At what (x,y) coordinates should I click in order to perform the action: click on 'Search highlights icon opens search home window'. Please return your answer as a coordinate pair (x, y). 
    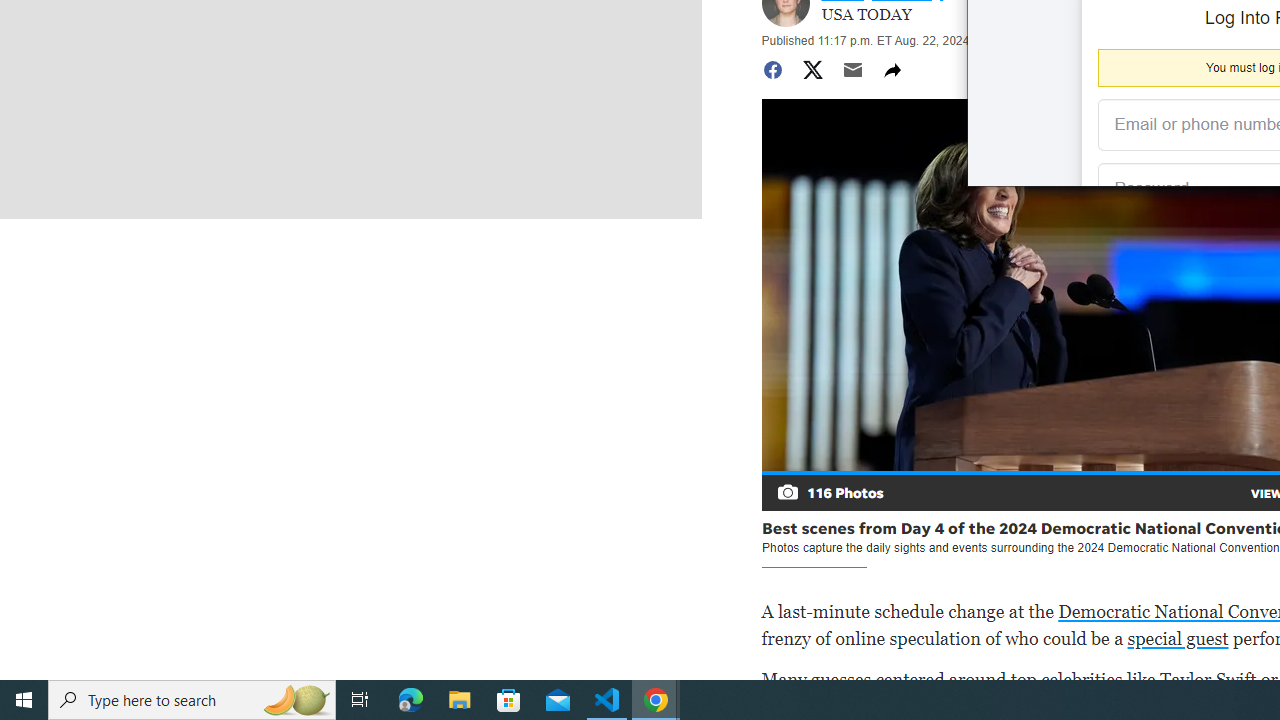
    Looking at the image, I should click on (294, 698).